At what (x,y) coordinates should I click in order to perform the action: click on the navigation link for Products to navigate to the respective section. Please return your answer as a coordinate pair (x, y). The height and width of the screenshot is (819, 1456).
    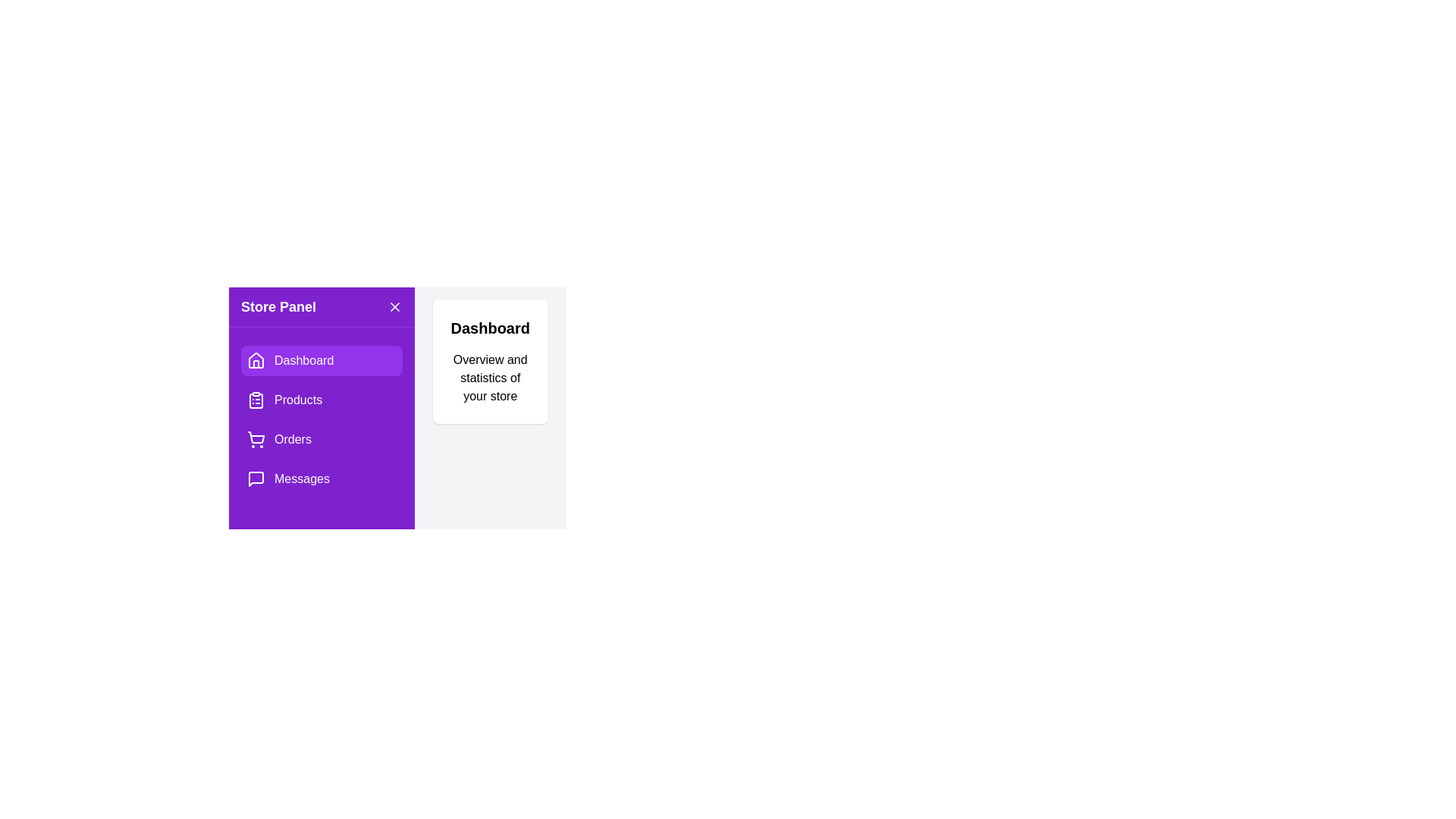
    Looking at the image, I should click on (320, 400).